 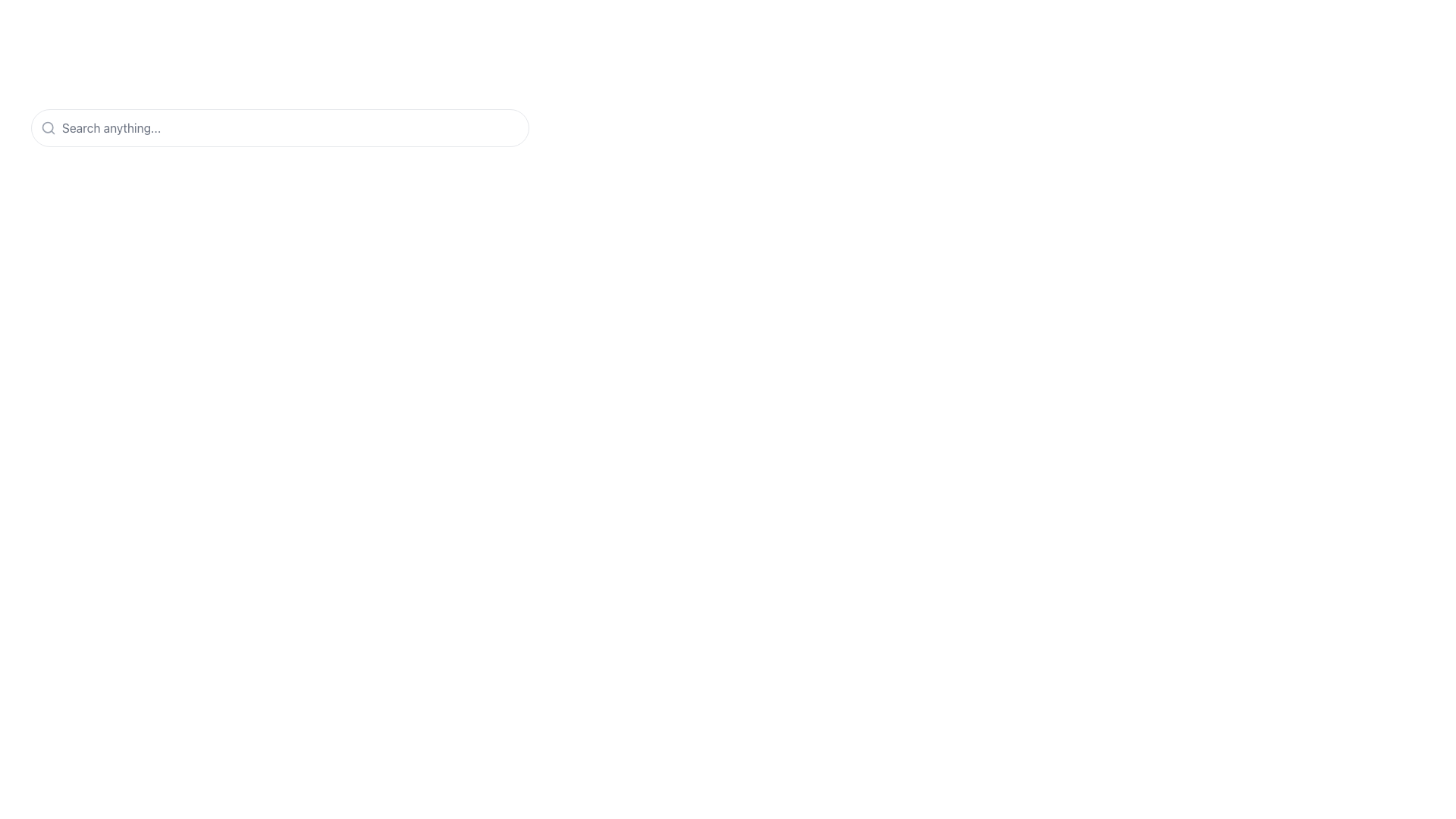 I want to click on the magnifying glass icon located at the leftmost area of the horizontal search input bar, which symbolizes the search functionality, so click(x=48, y=127).